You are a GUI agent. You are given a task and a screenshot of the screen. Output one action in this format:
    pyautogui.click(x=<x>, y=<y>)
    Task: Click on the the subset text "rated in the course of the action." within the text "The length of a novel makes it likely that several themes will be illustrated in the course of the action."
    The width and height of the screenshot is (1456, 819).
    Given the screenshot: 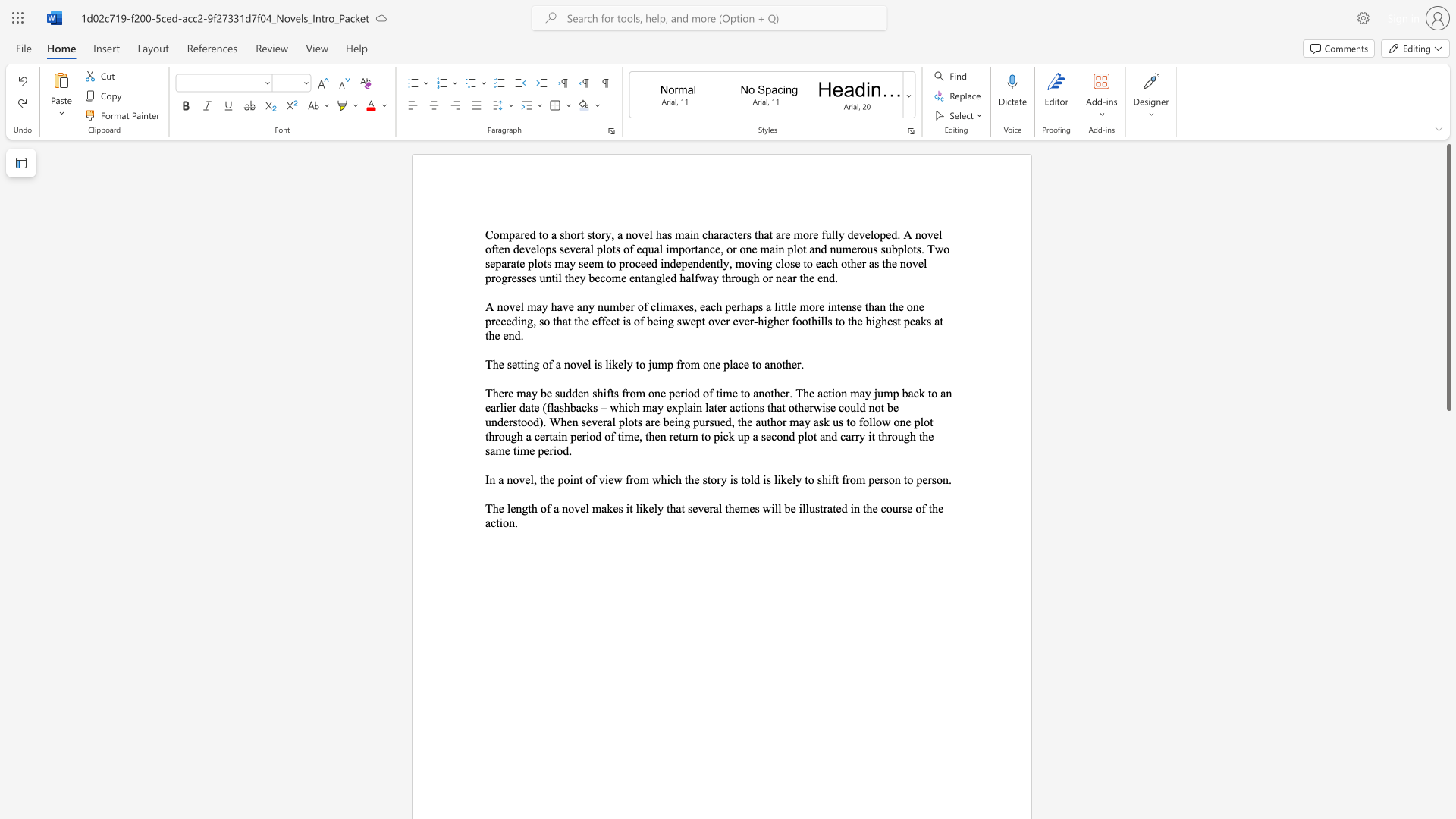 What is the action you would take?
    pyautogui.click(x=822, y=508)
    